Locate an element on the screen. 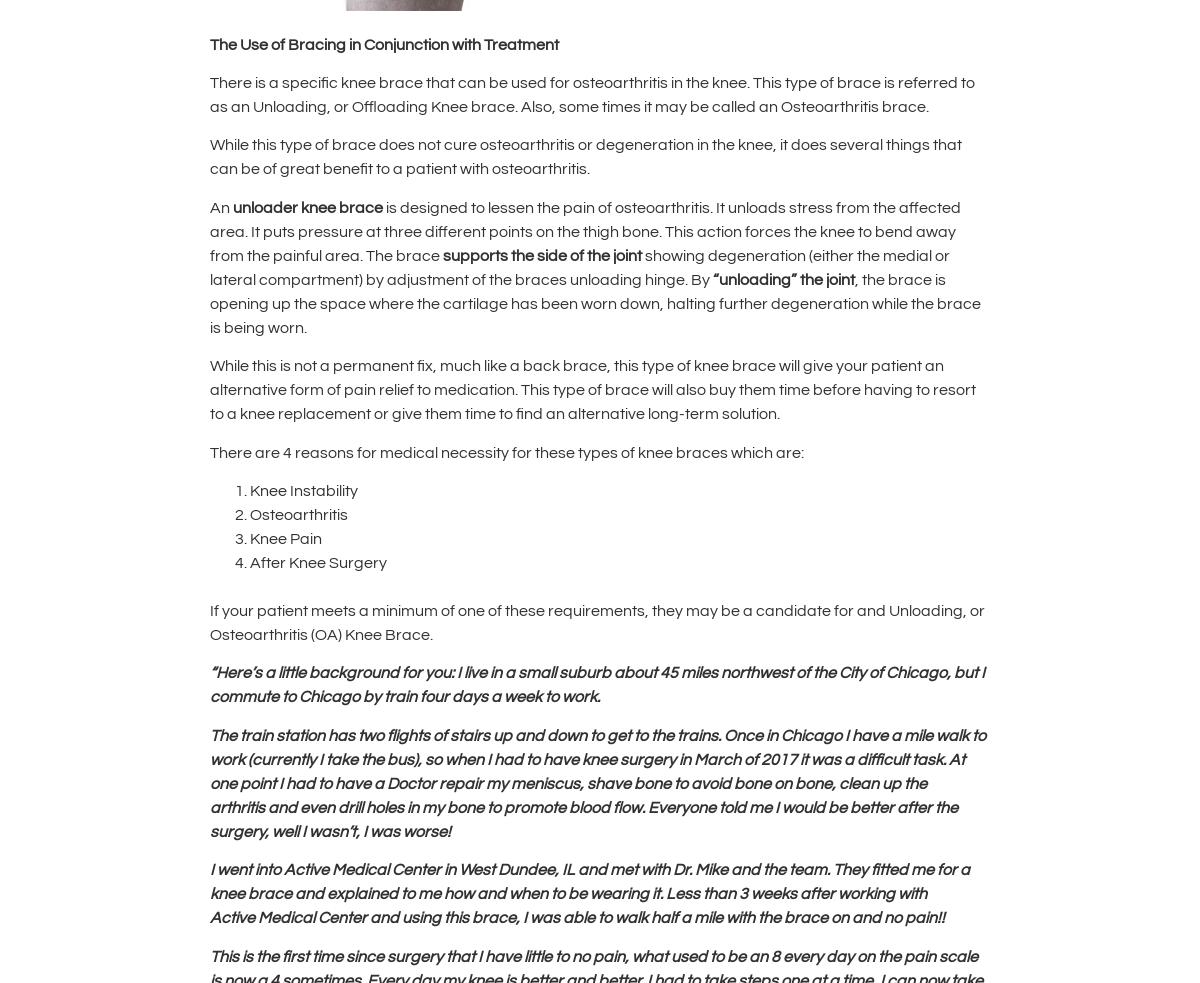  'There are 4 reasons for medical necessity for these types of knee braces which are:' is located at coordinates (506, 450).